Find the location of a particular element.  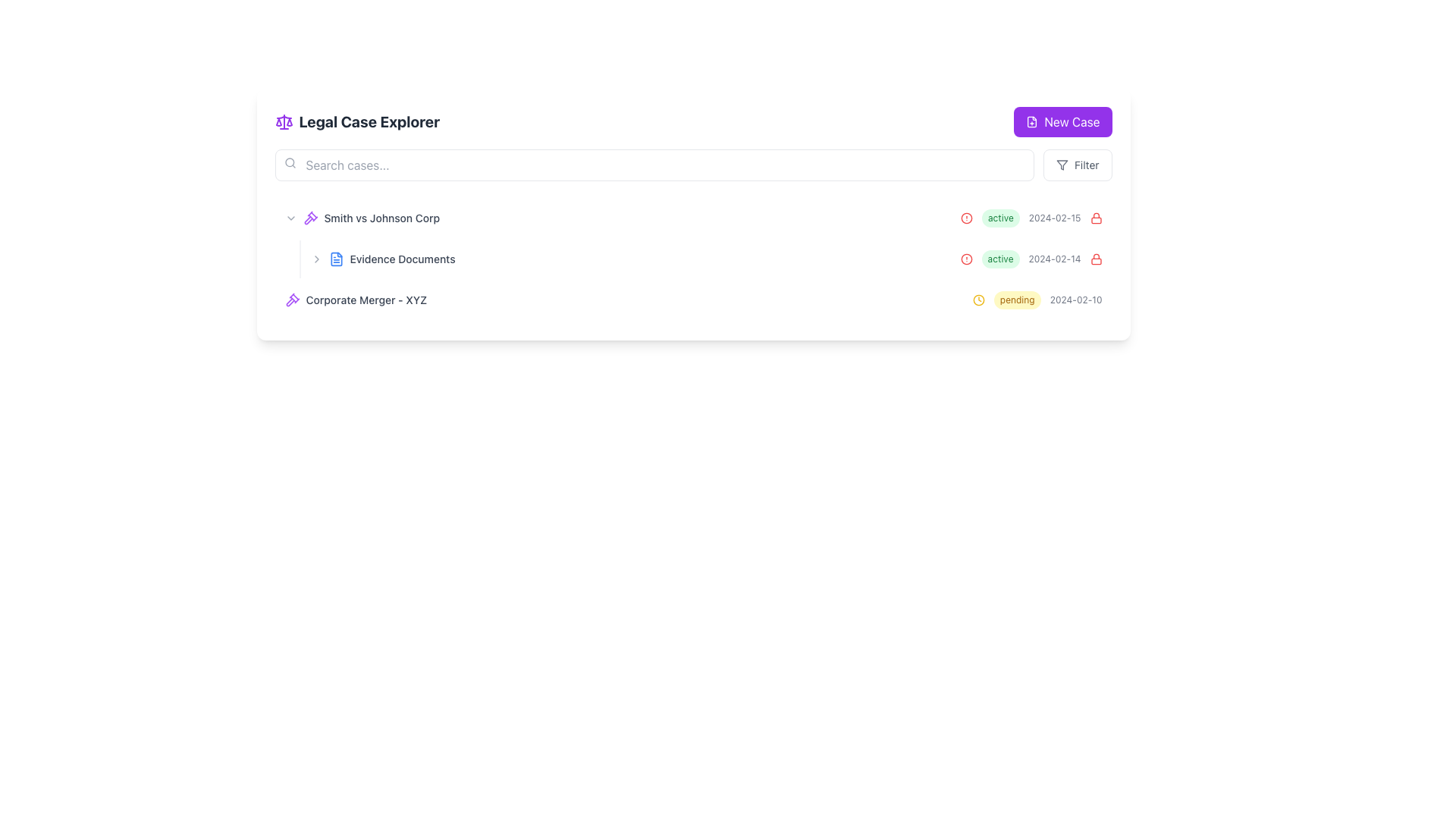

the yellow circular clock icon located near the 'pending' status label and the '2024-02-10' date, which represents the associated status or information is located at coordinates (978, 300).